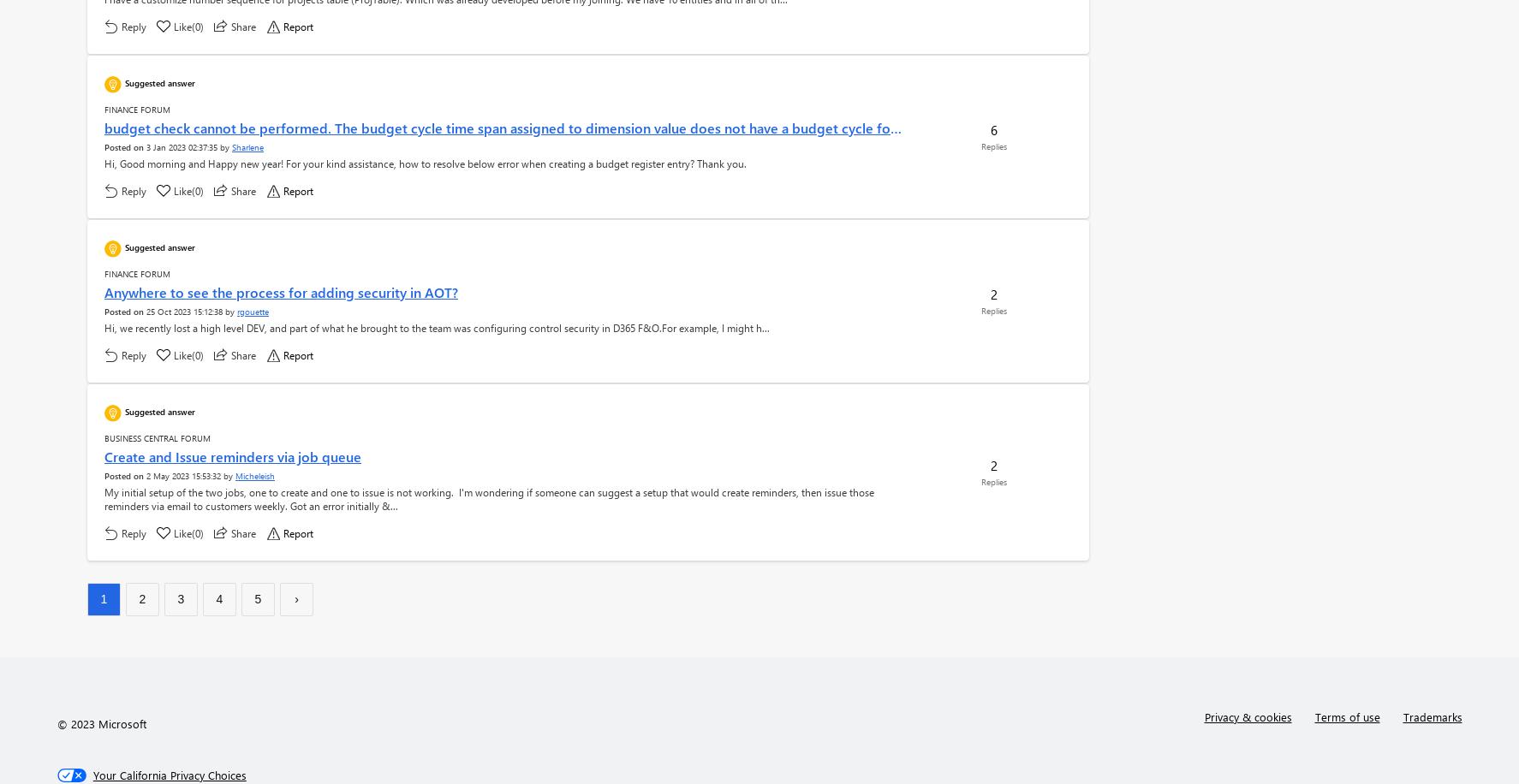  I want to click on '1', so click(103, 597).